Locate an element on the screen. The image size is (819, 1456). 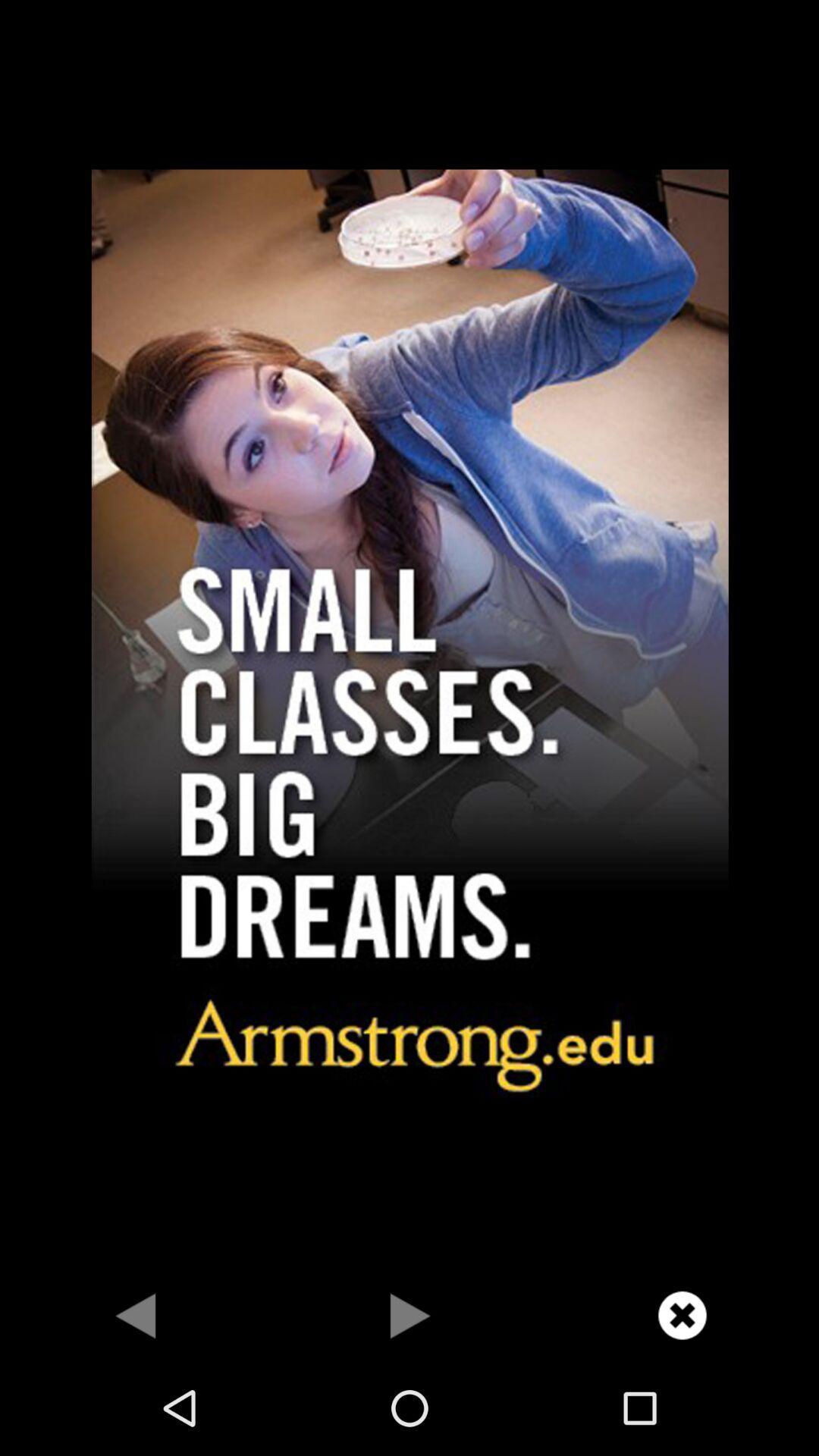
image icon is located at coordinates (409, 635).